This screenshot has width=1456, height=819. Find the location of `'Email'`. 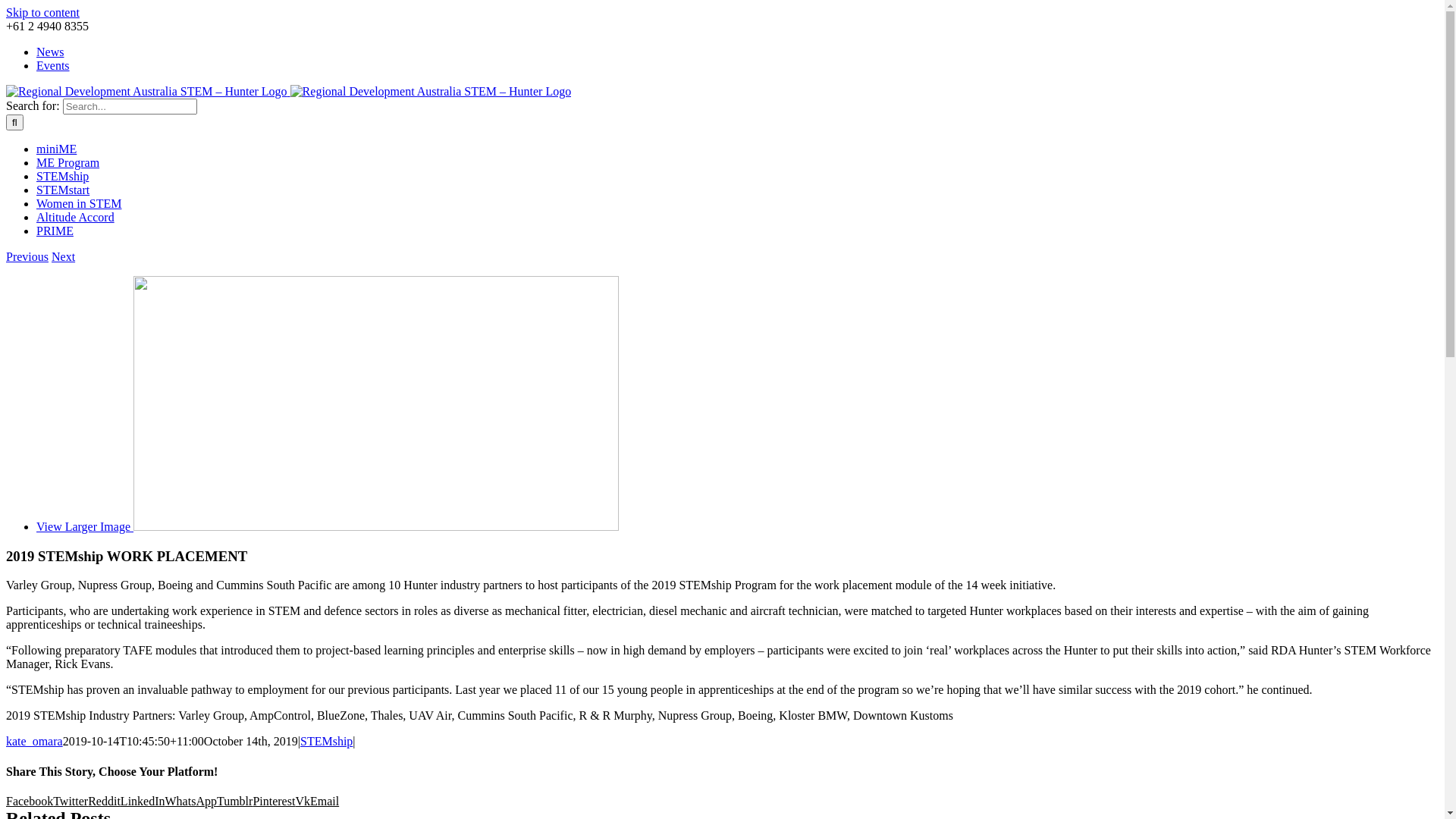

'Email' is located at coordinates (323, 800).